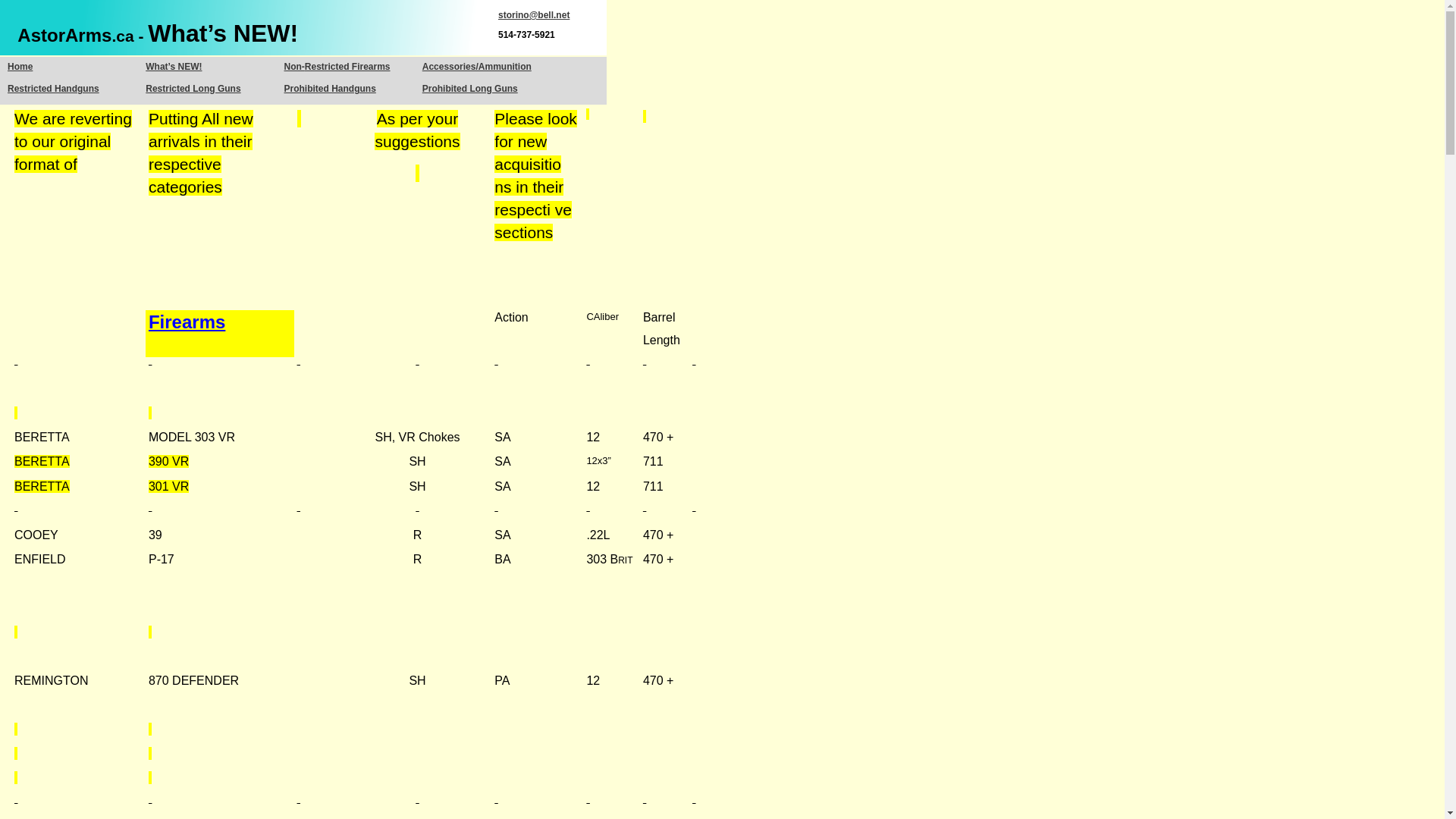  What do you see at coordinates (20, 66) in the screenshot?
I see `'Home'` at bounding box center [20, 66].